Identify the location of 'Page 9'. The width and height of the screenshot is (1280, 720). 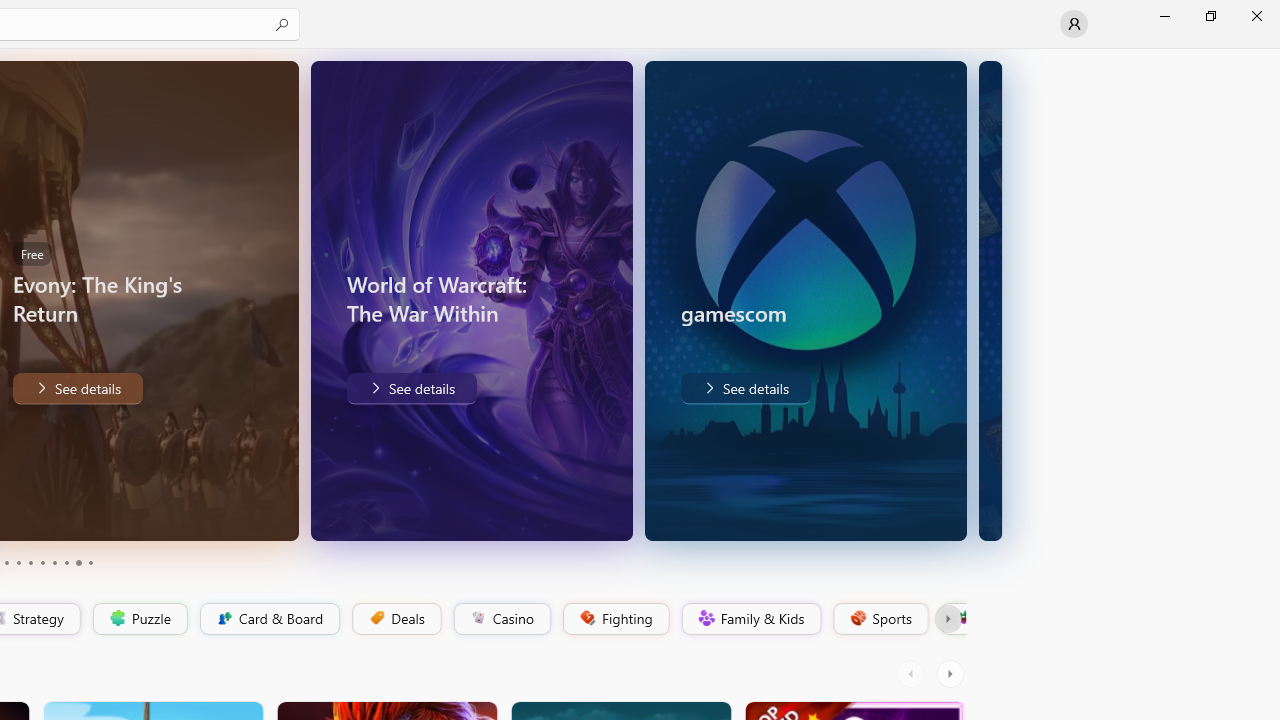
(78, 563).